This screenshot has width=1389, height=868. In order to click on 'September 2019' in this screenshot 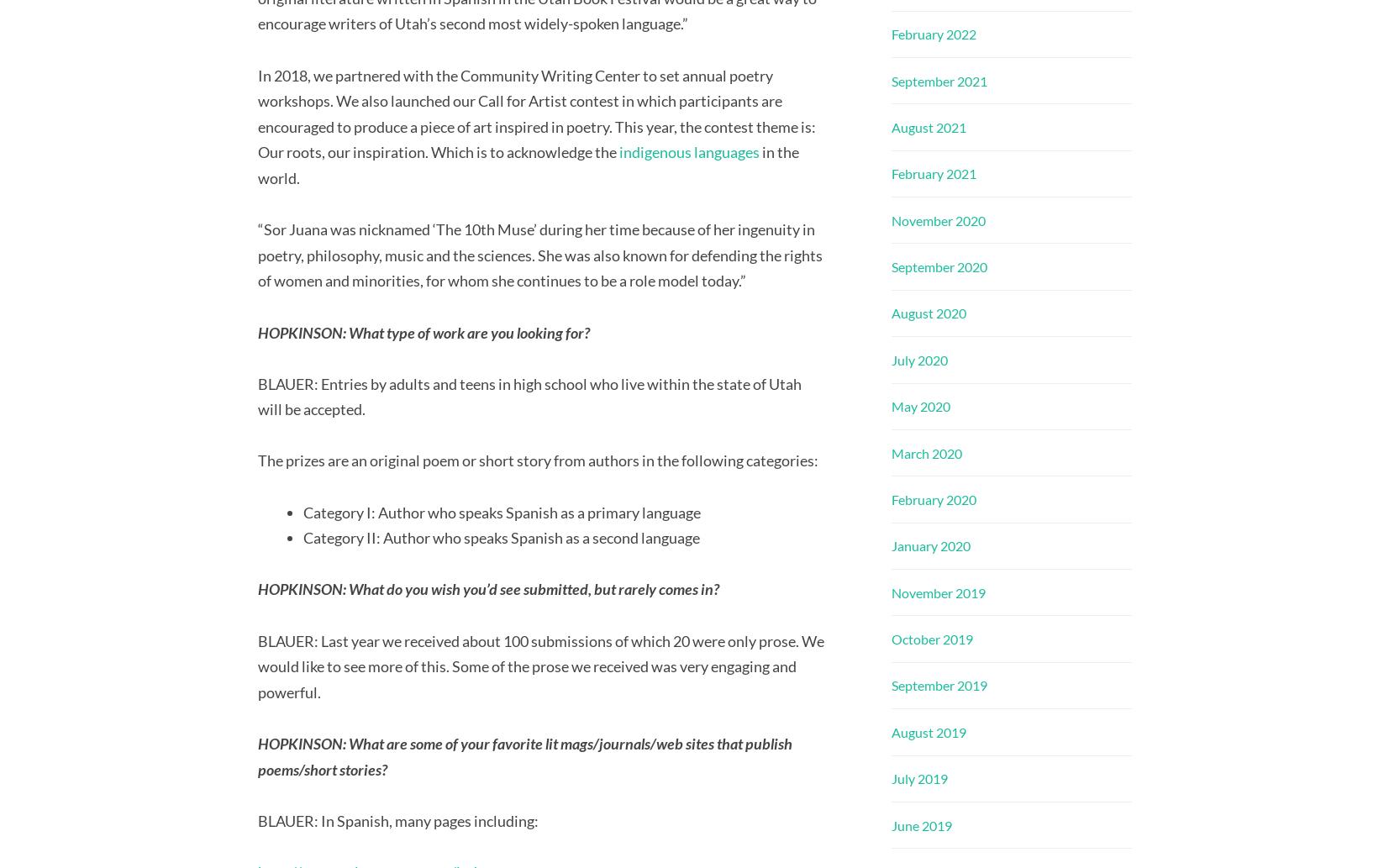, I will do `click(938, 685)`.